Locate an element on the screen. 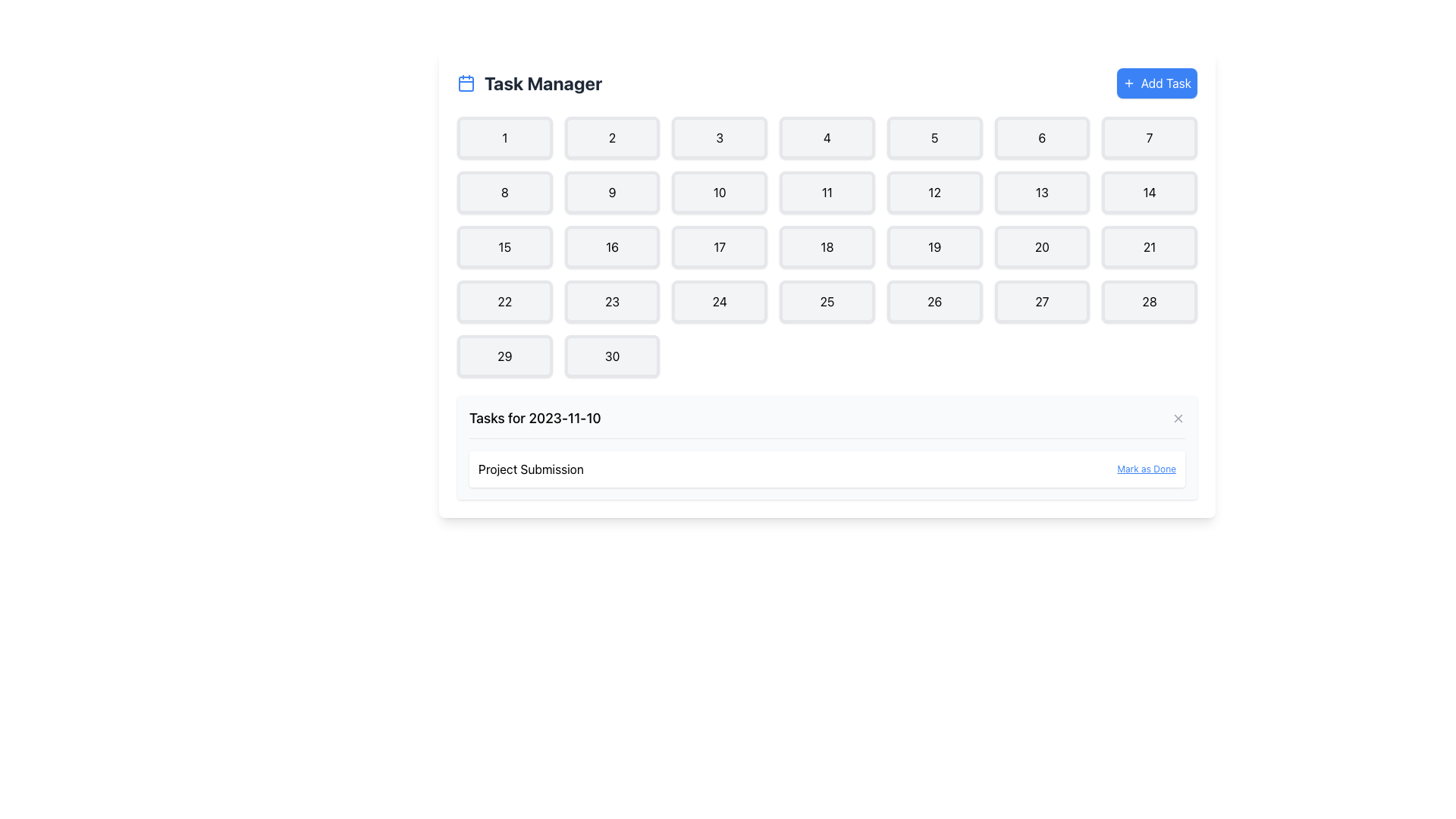 The width and height of the screenshot is (1456, 819). the button displaying the number '2' in bold black font, located in the calendar grid is located at coordinates (612, 137).